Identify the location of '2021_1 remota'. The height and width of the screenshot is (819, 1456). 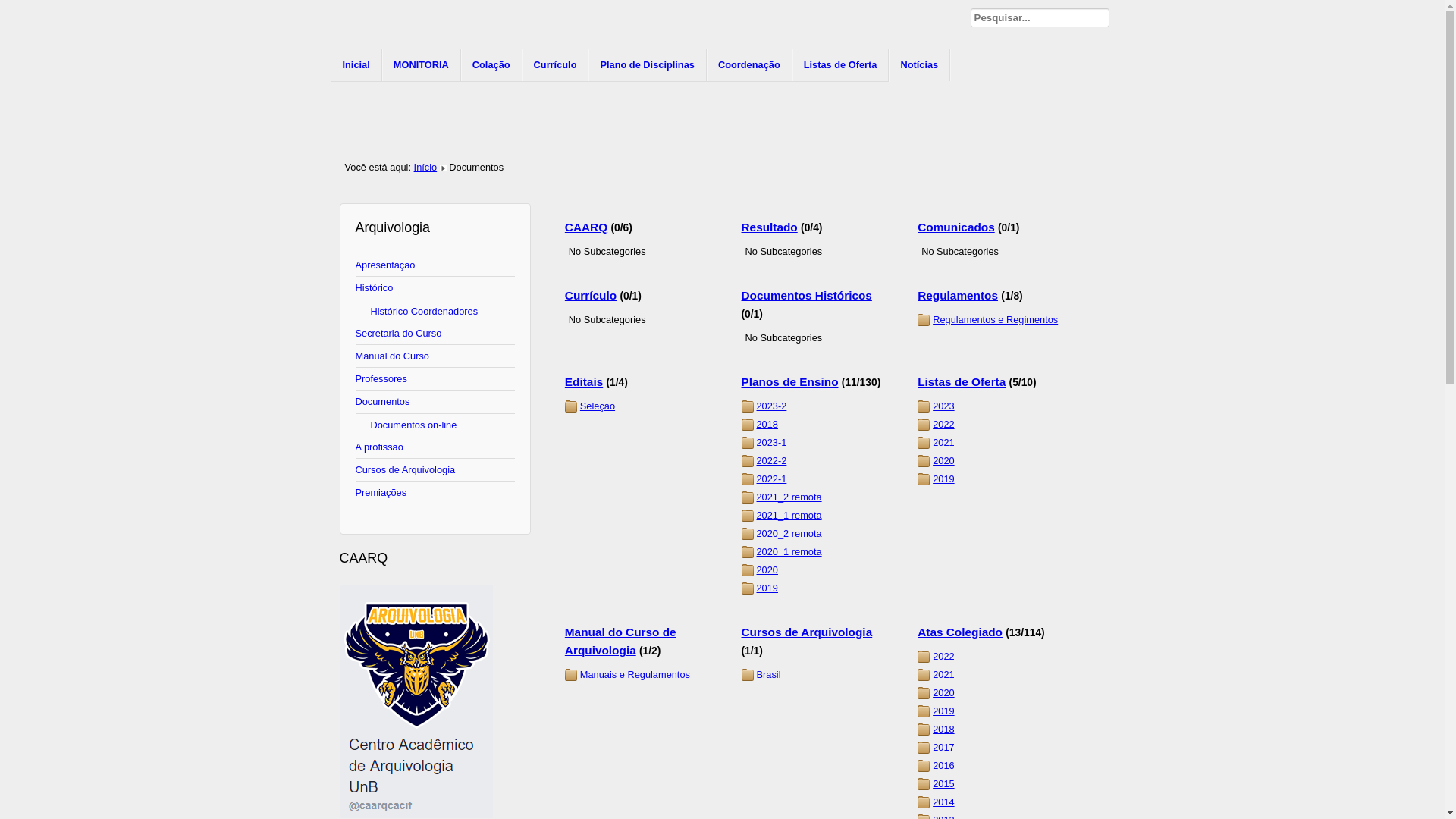
(789, 514).